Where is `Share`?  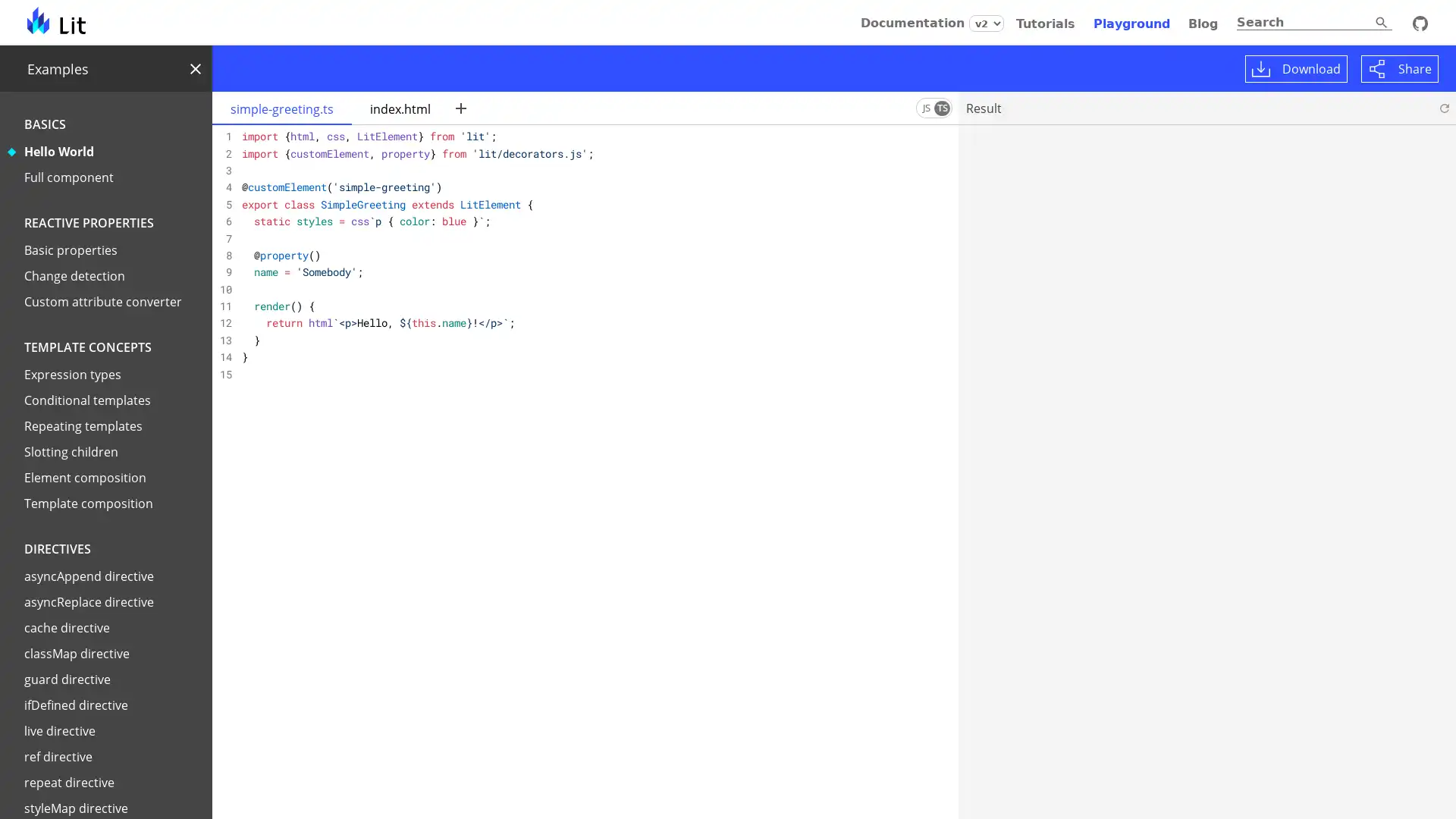
Share is located at coordinates (1398, 67).